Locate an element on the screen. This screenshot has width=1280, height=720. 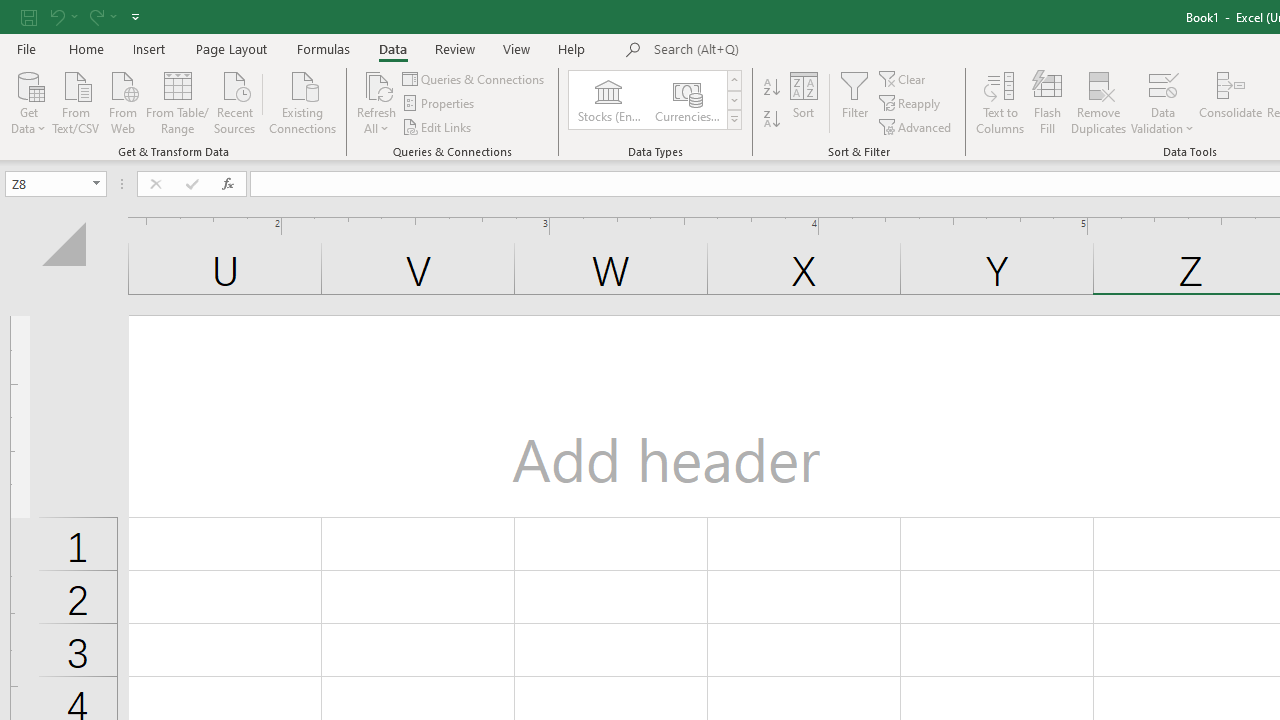
'From Table/Range' is located at coordinates (177, 101).